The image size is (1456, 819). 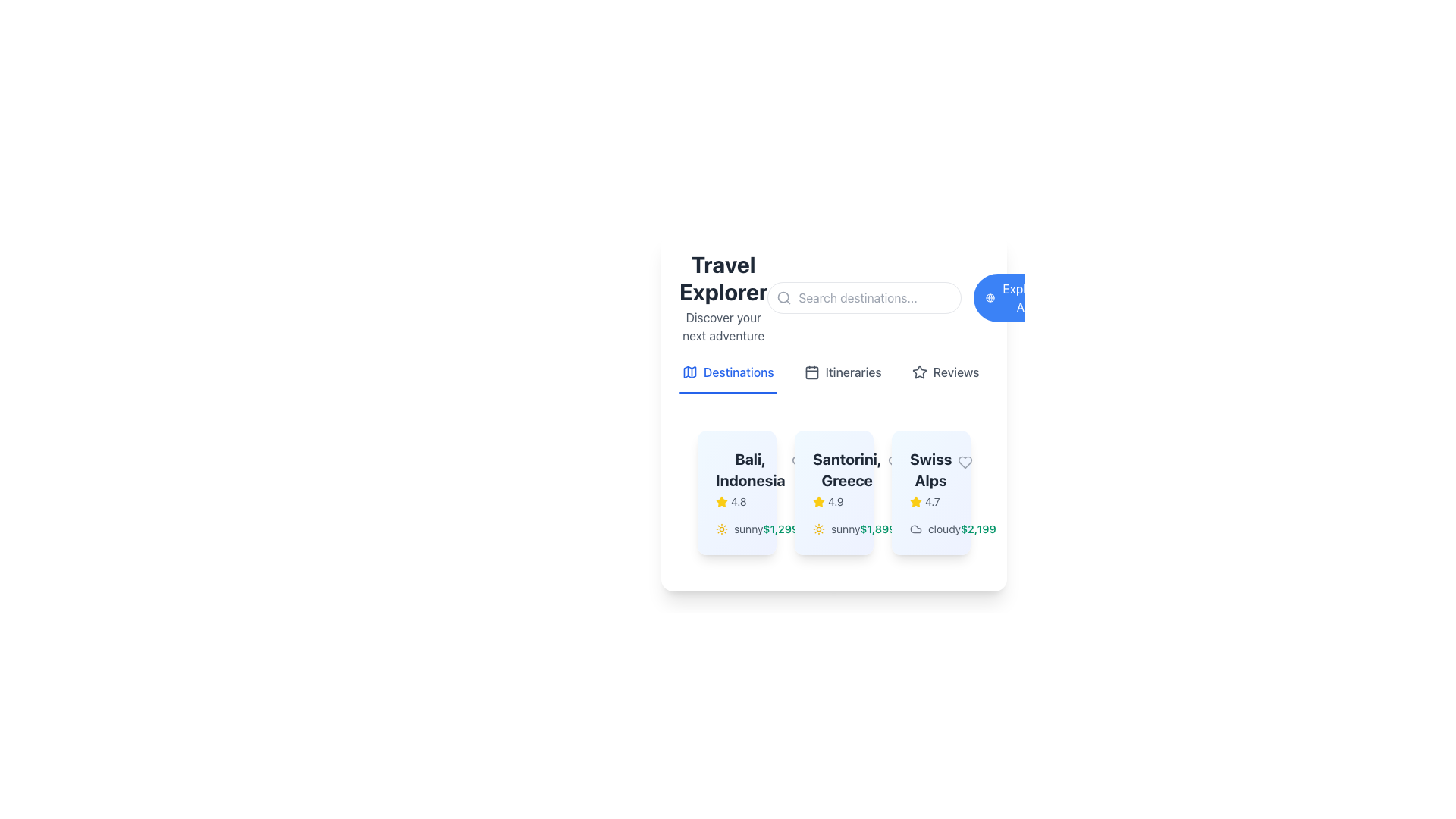 I want to click on the text block displaying 'Bali, Indonesia' with a rating of '4.8' to possibly see more details, so click(x=750, y=479).